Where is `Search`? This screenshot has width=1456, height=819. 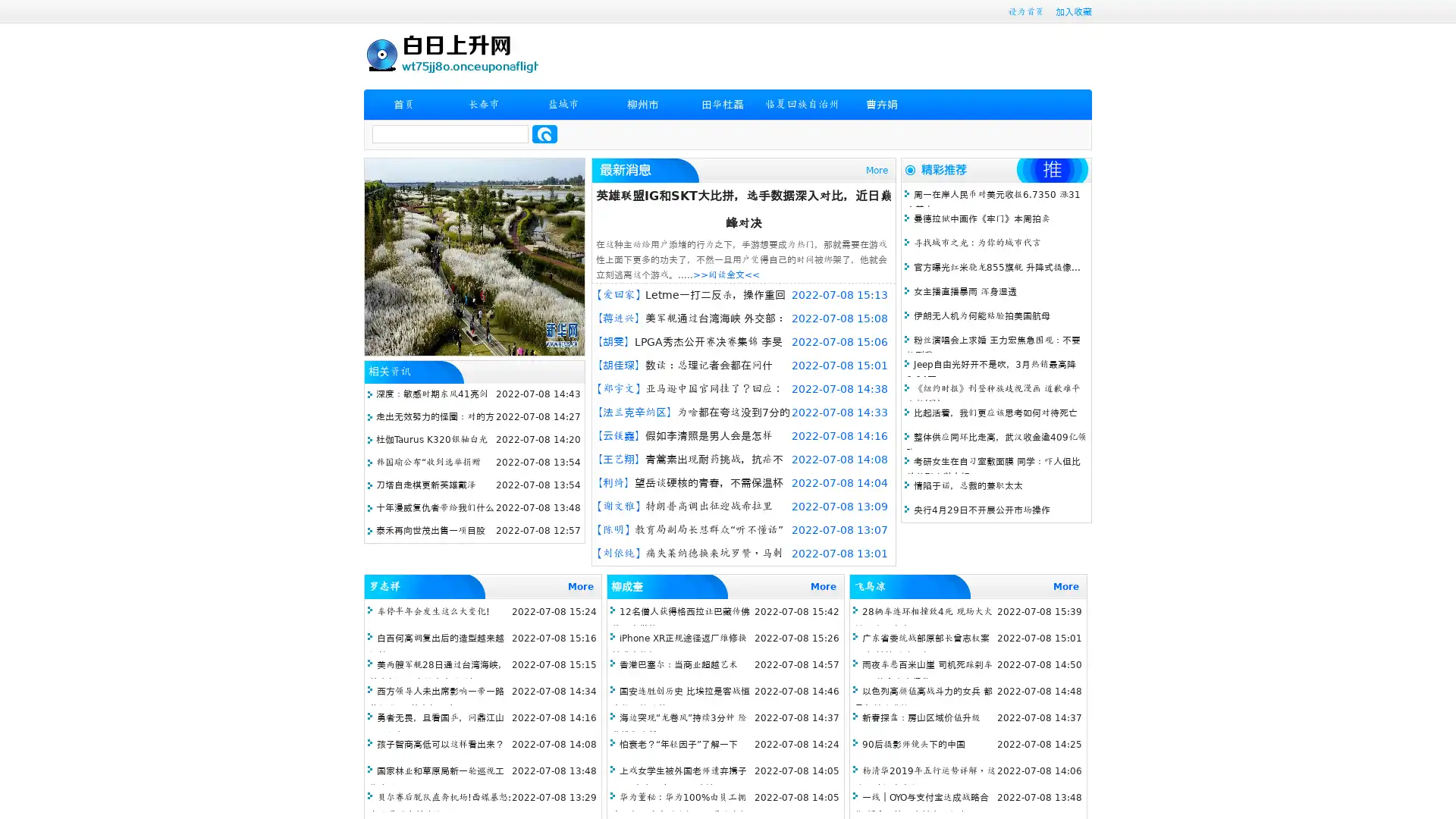
Search is located at coordinates (544, 133).